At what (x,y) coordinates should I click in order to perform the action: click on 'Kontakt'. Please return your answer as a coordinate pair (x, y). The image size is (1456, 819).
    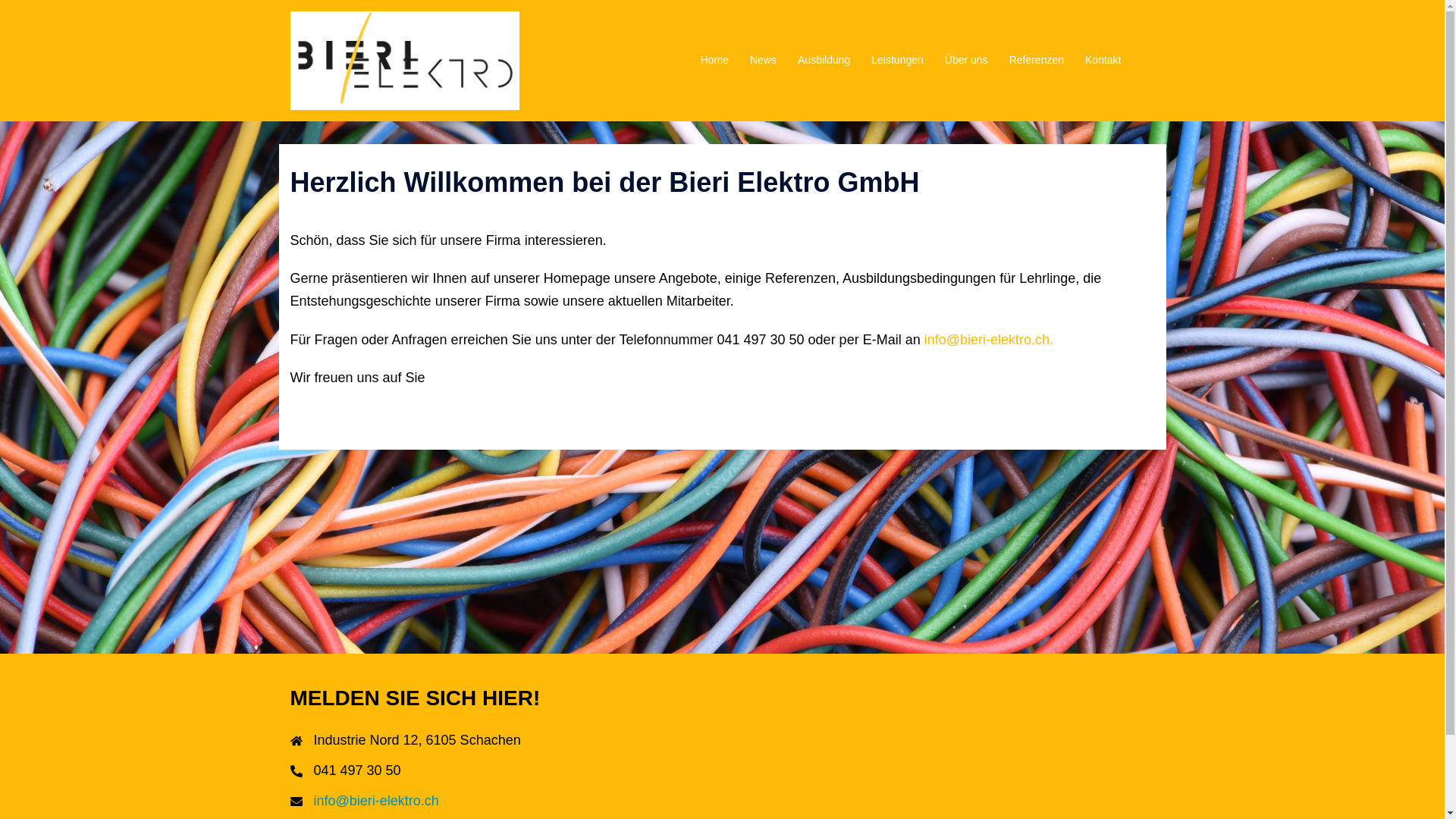
    Looking at the image, I should click on (1103, 60).